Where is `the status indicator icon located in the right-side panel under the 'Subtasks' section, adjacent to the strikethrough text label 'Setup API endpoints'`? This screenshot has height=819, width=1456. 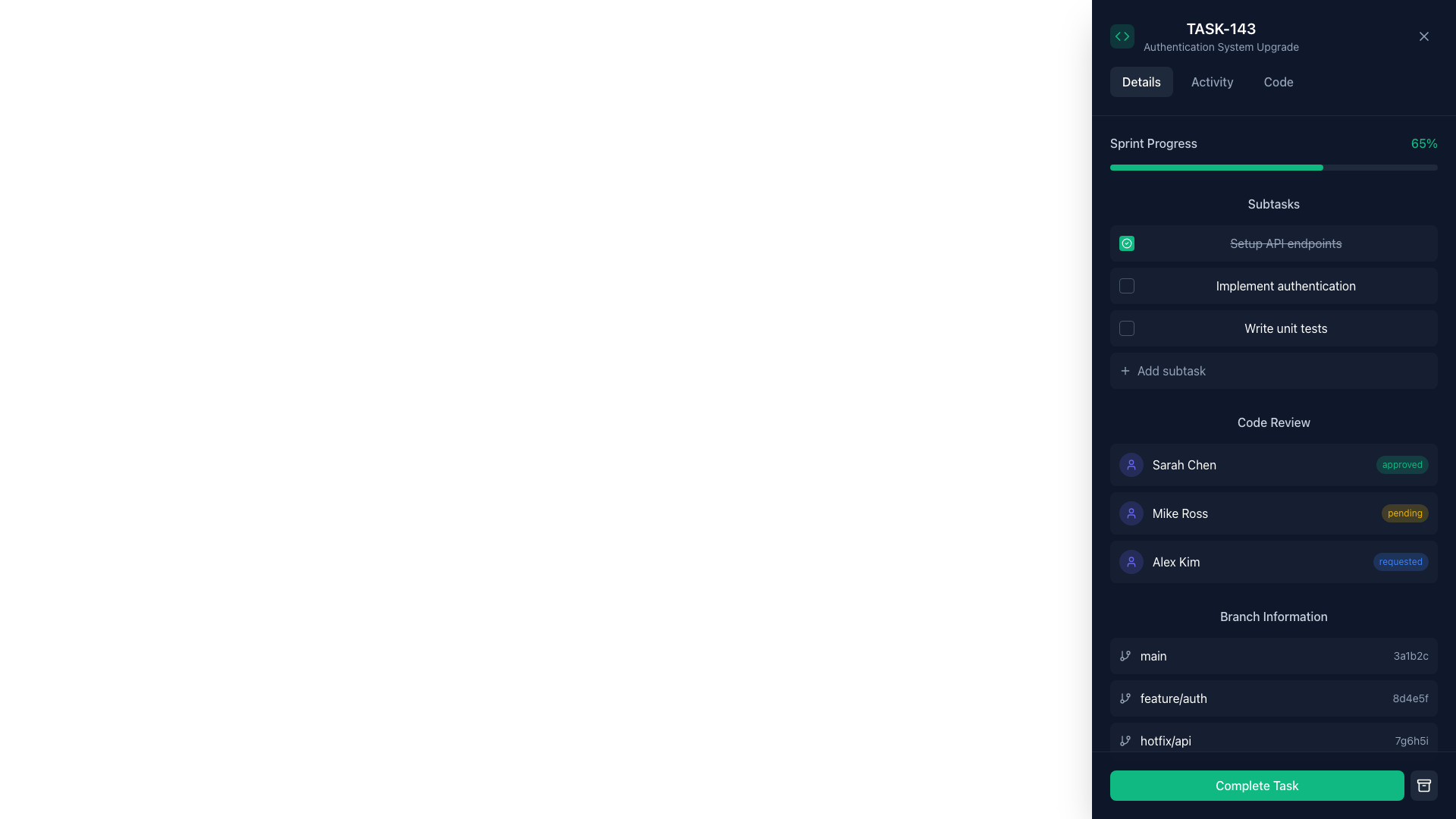
the status indicator icon located in the right-side panel under the 'Subtasks' section, adjacent to the strikethrough text label 'Setup API endpoints' is located at coordinates (1127, 242).